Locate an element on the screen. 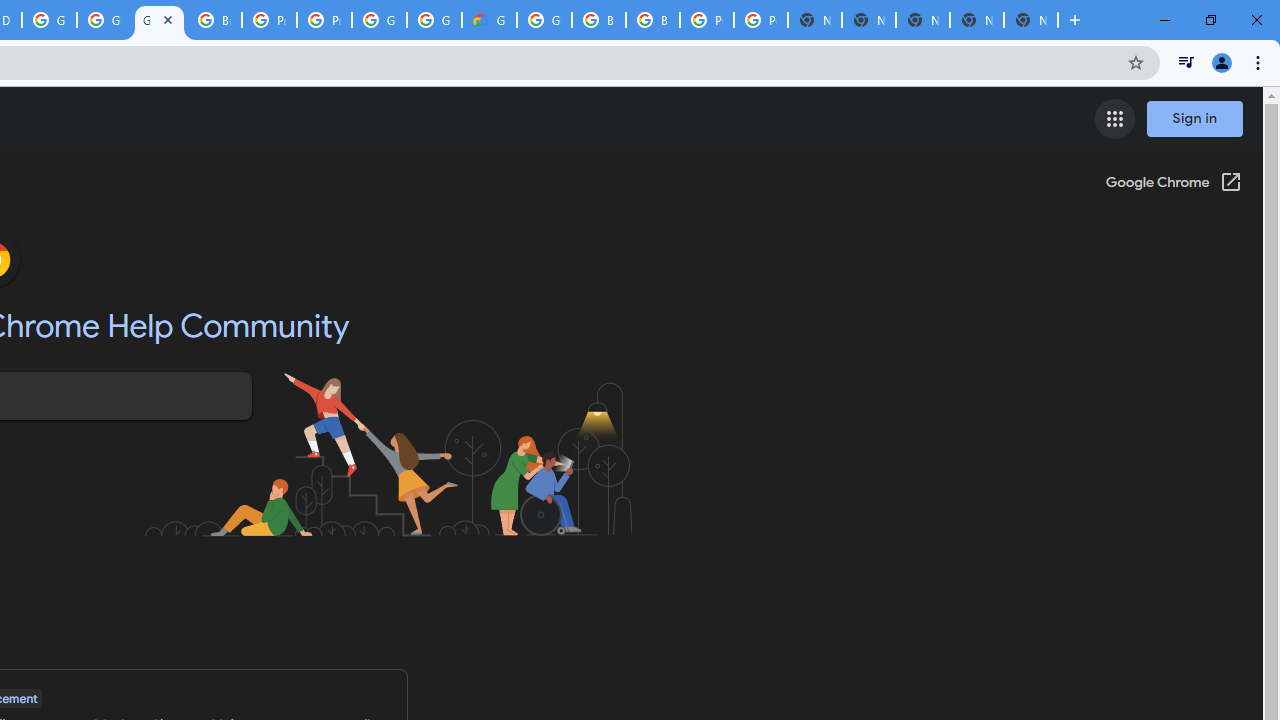 Image resolution: width=1280 pixels, height=720 pixels. 'Google Cloud Estimate Summary' is located at coordinates (489, 20).